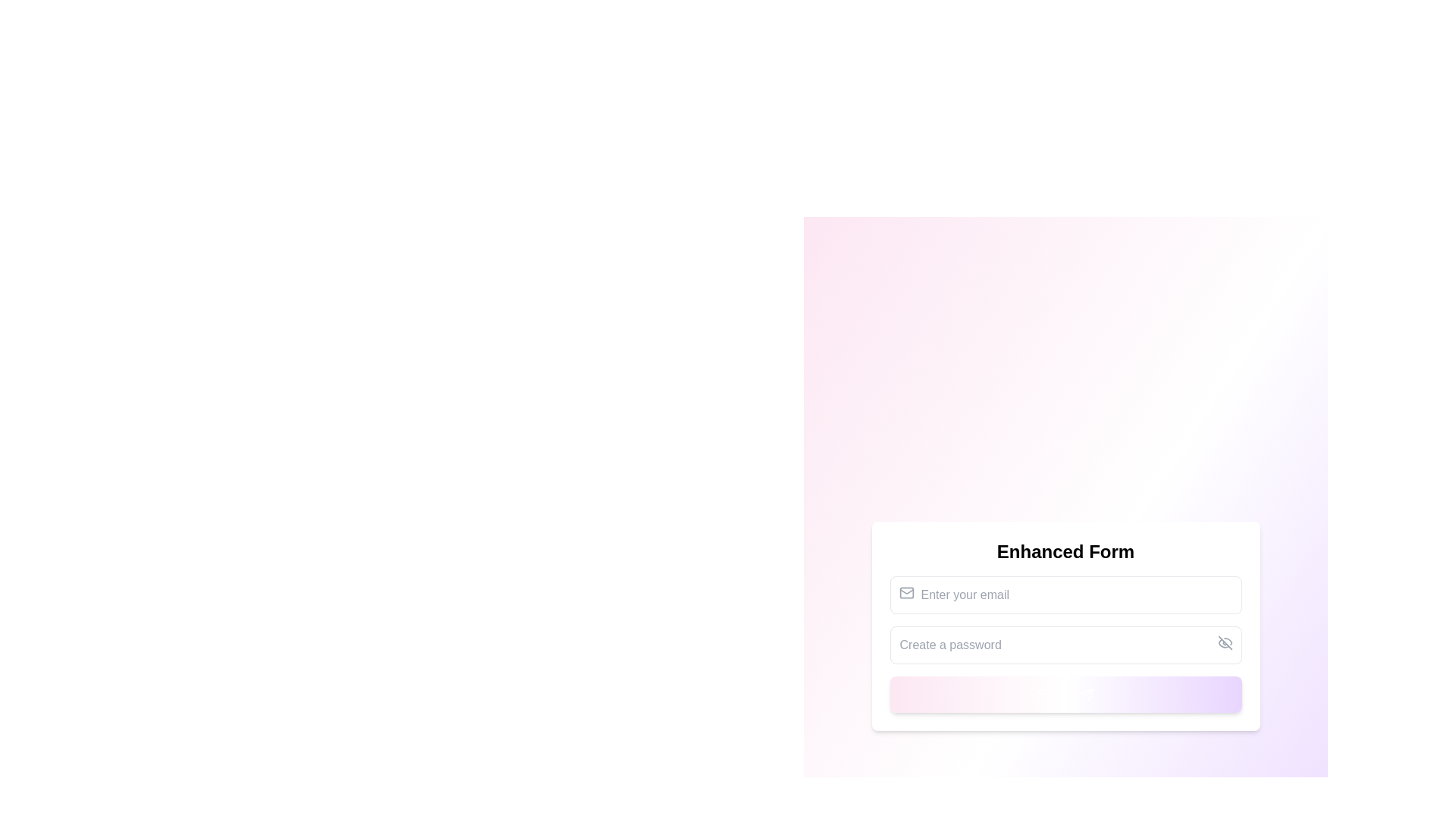  Describe the element at coordinates (1065, 644) in the screenshot. I see `the password input field labeled 'Create a password' to focus on it` at that location.